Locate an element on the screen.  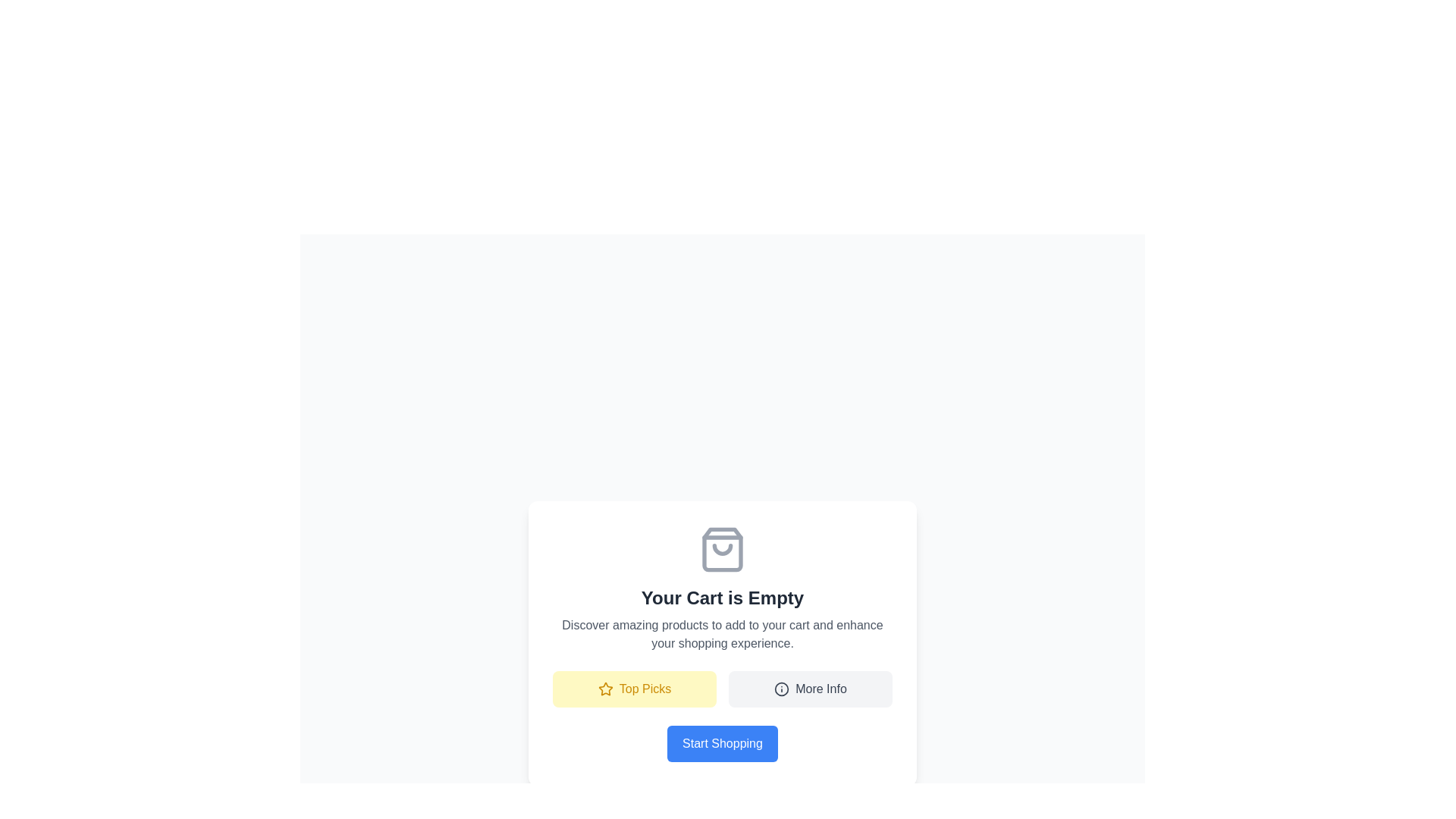
the first button in the grid layout that allows users is located at coordinates (634, 689).